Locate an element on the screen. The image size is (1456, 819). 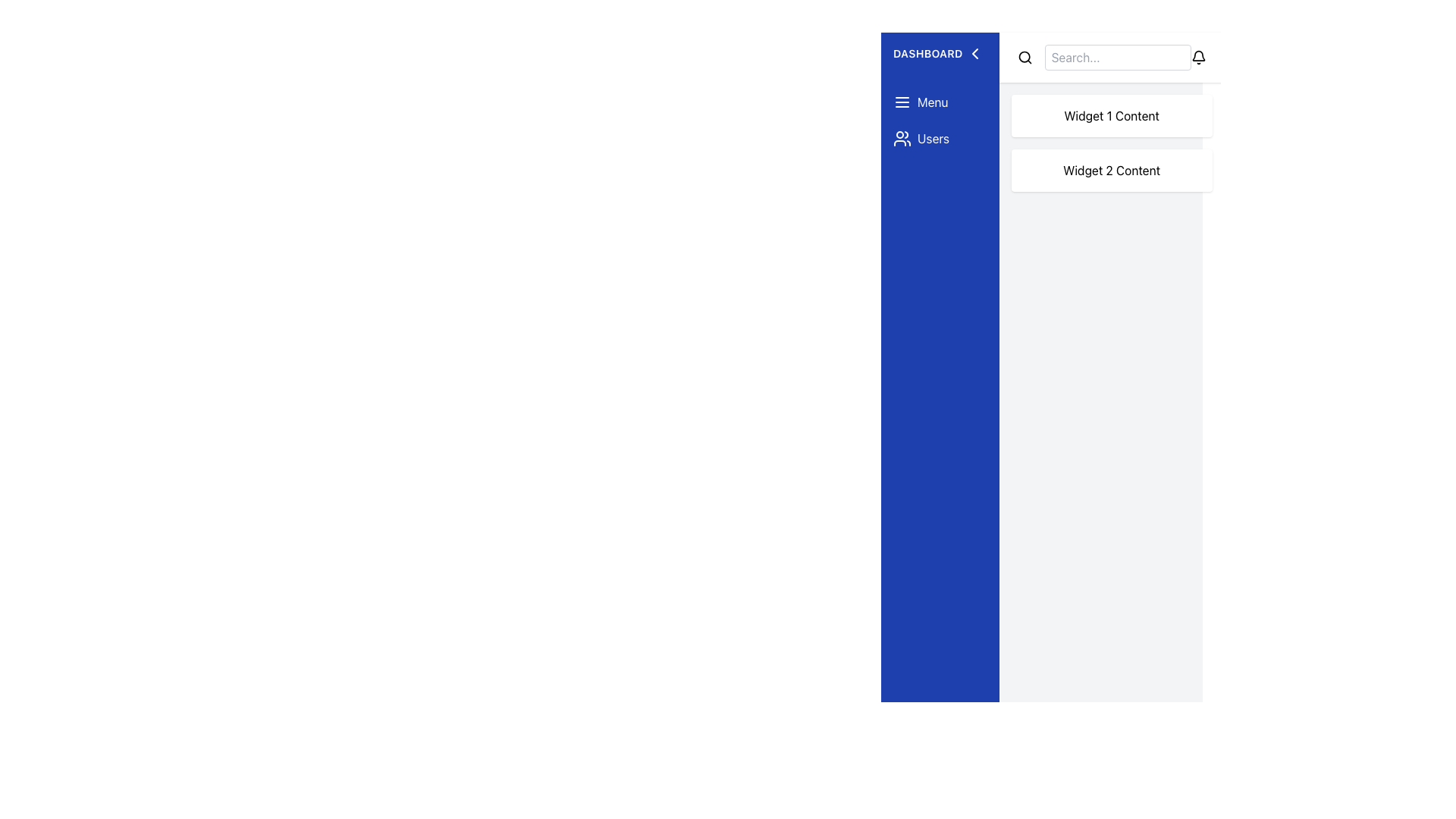
the Text Label that describes the menu navigation option, located to the right of the menu icon and above the Users item is located at coordinates (932, 102).